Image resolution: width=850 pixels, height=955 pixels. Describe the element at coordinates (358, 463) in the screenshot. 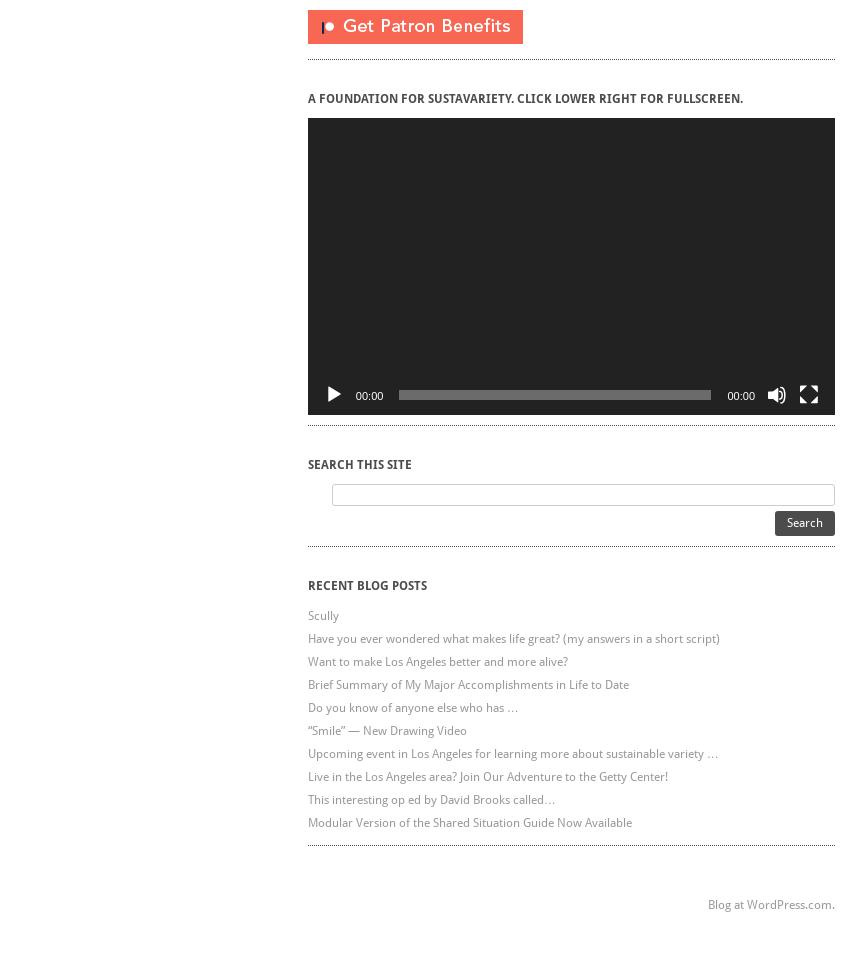

I see `'Search This Site'` at that location.